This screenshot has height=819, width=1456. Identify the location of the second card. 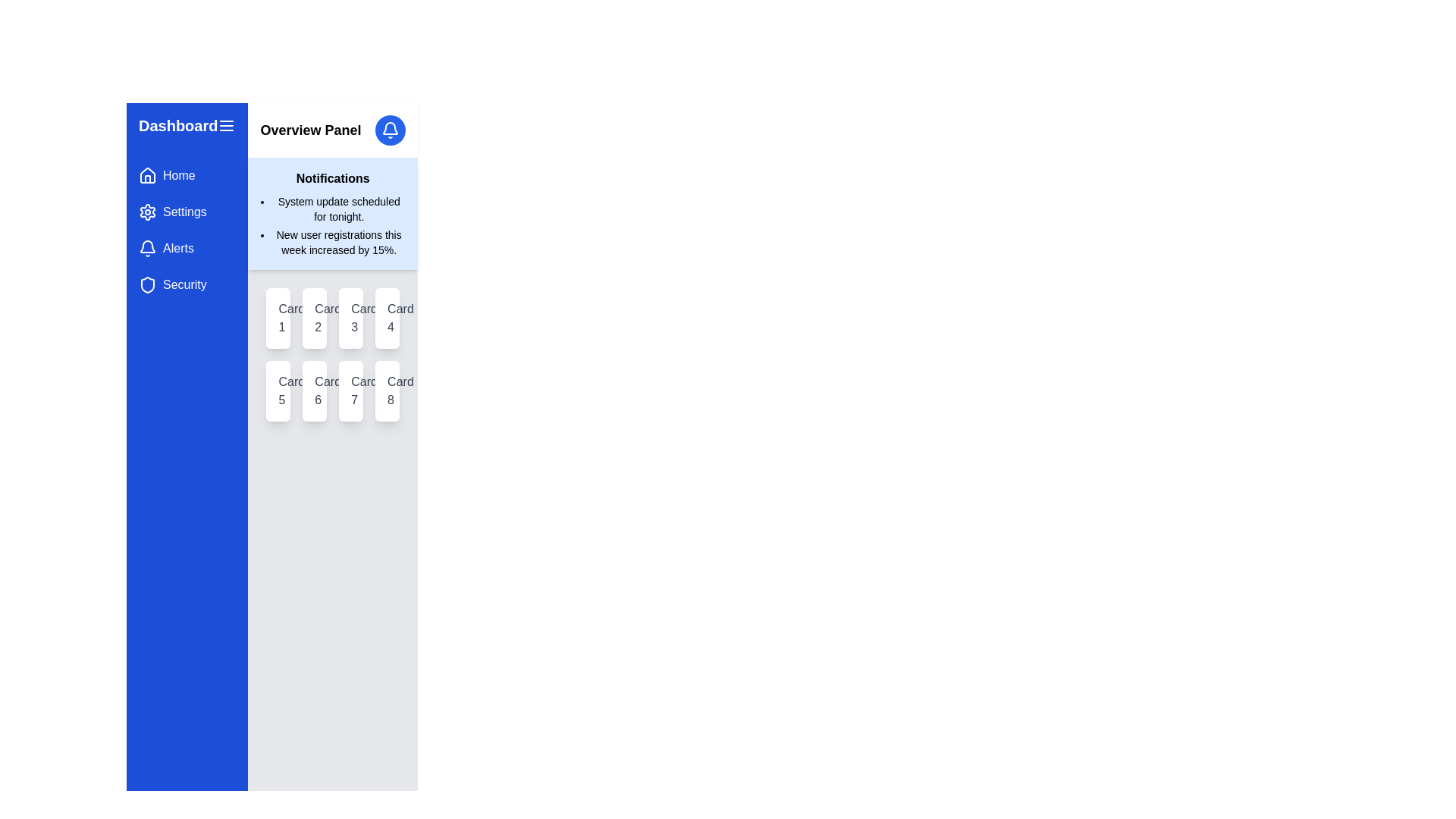
(313, 318).